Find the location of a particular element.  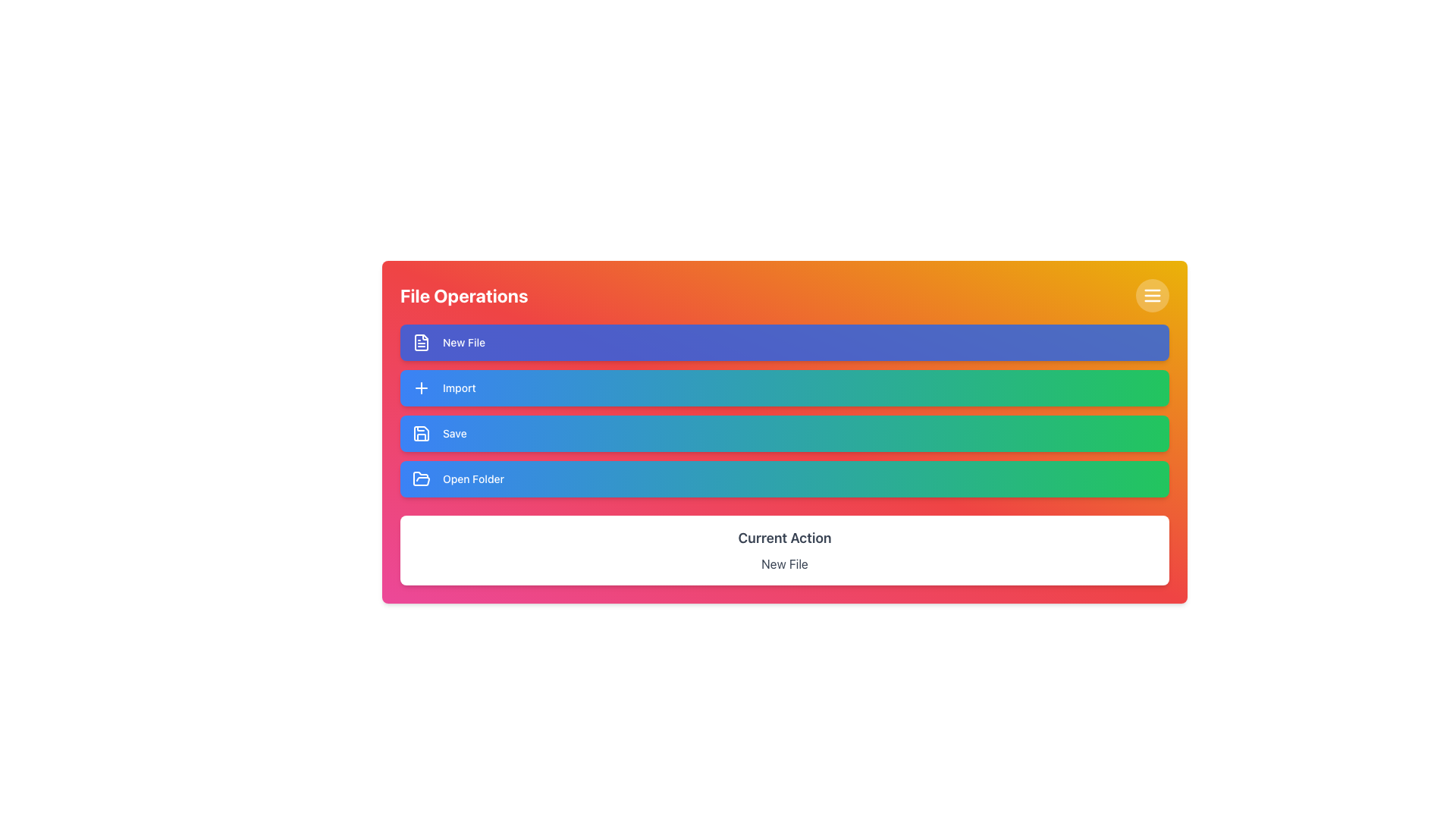

the save button is located at coordinates (785, 433).